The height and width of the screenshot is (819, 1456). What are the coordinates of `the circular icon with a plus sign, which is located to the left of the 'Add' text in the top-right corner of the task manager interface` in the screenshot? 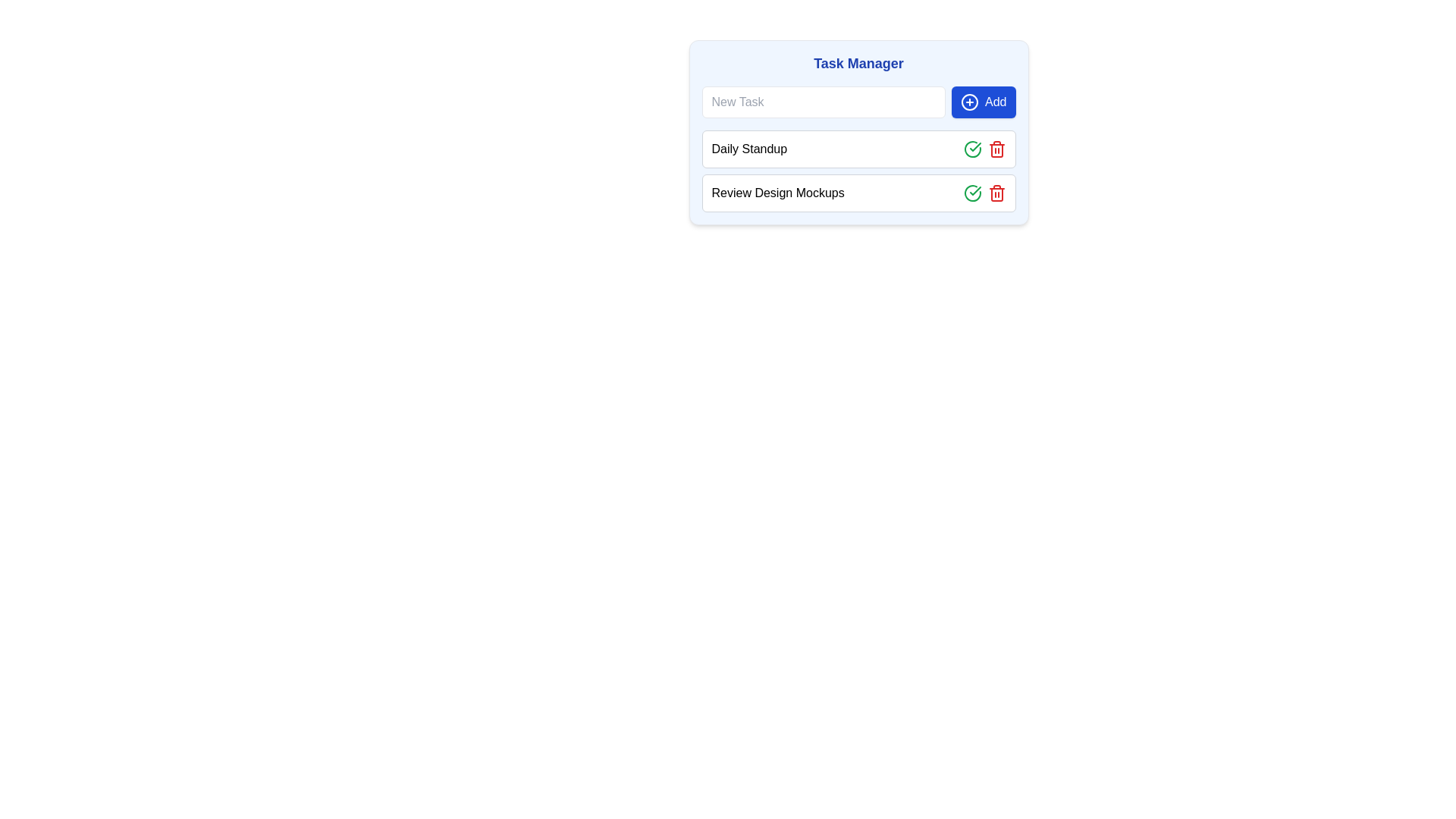 It's located at (969, 102).